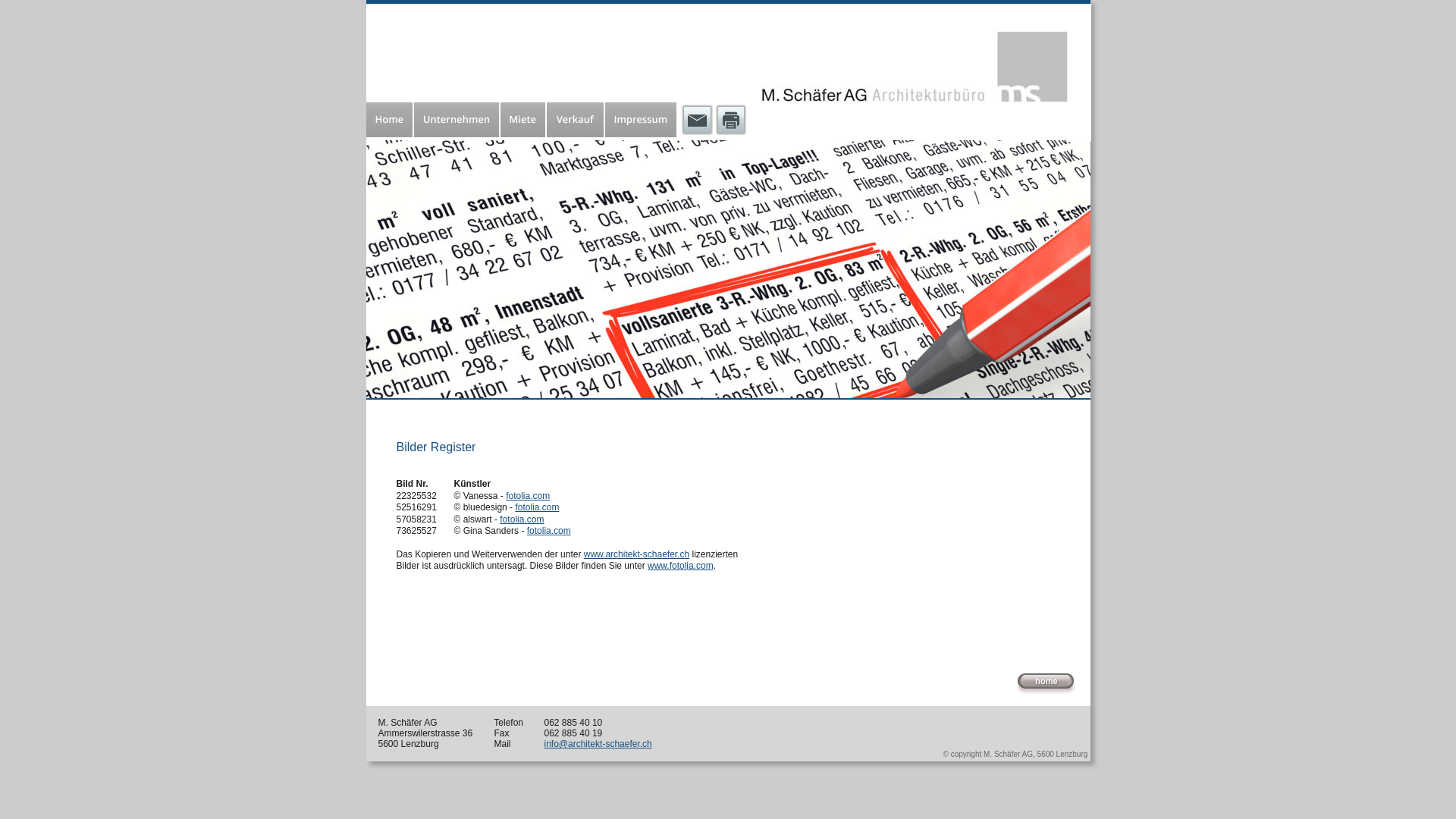 Image resolution: width=1456 pixels, height=819 pixels. Describe the element at coordinates (597, 742) in the screenshot. I see `'info@architekt-schaefer.ch'` at that location.